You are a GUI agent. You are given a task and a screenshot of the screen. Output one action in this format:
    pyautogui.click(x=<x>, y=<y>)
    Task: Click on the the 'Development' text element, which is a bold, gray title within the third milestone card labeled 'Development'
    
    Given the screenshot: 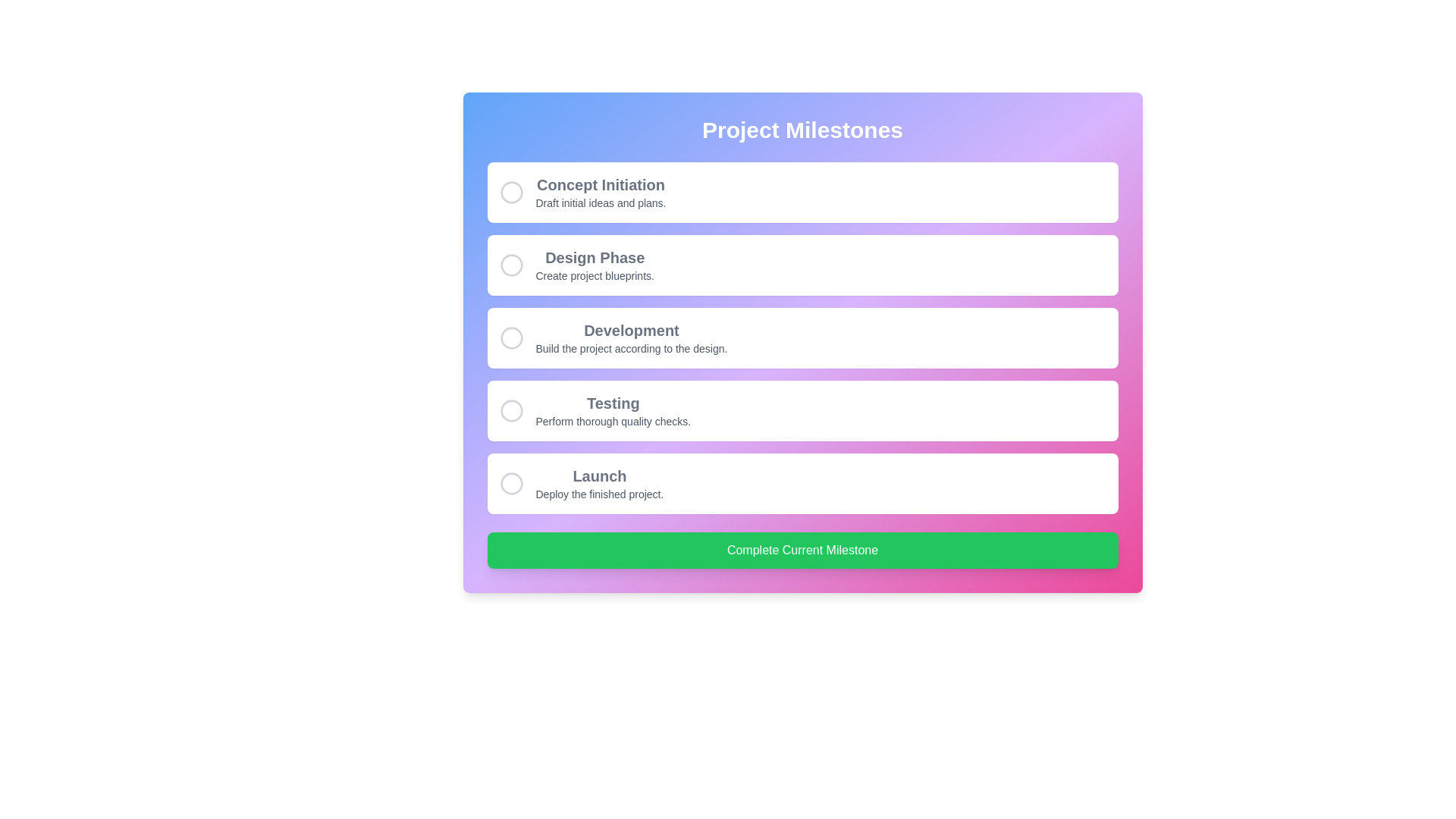 What is the action you would take?
    pyautogui.click(x=631, y=329)
    